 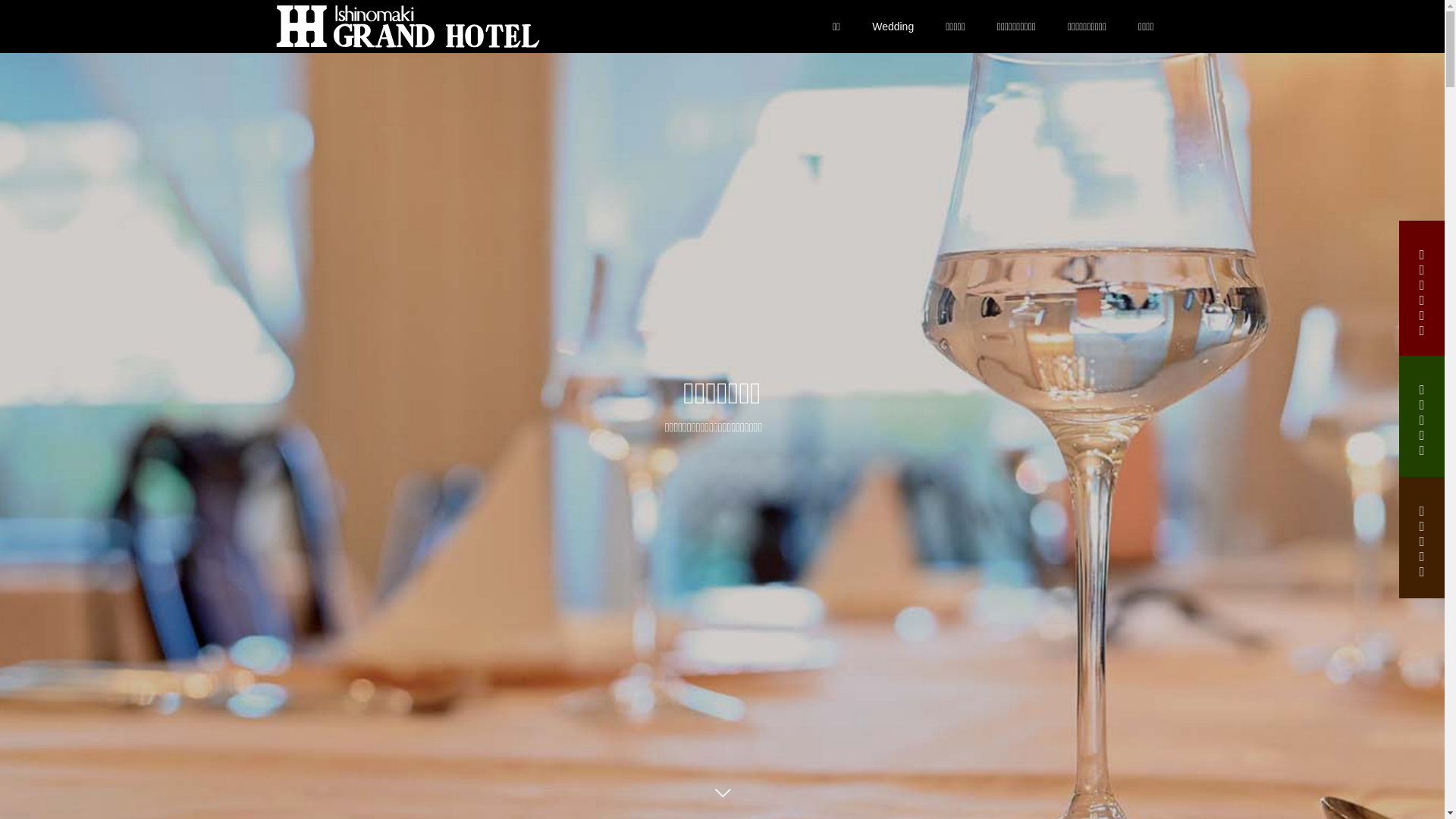 What do you see at coordinates (893, 26) in the screenshot?
I see `'Wedding'` at bounding box center [893, 26].